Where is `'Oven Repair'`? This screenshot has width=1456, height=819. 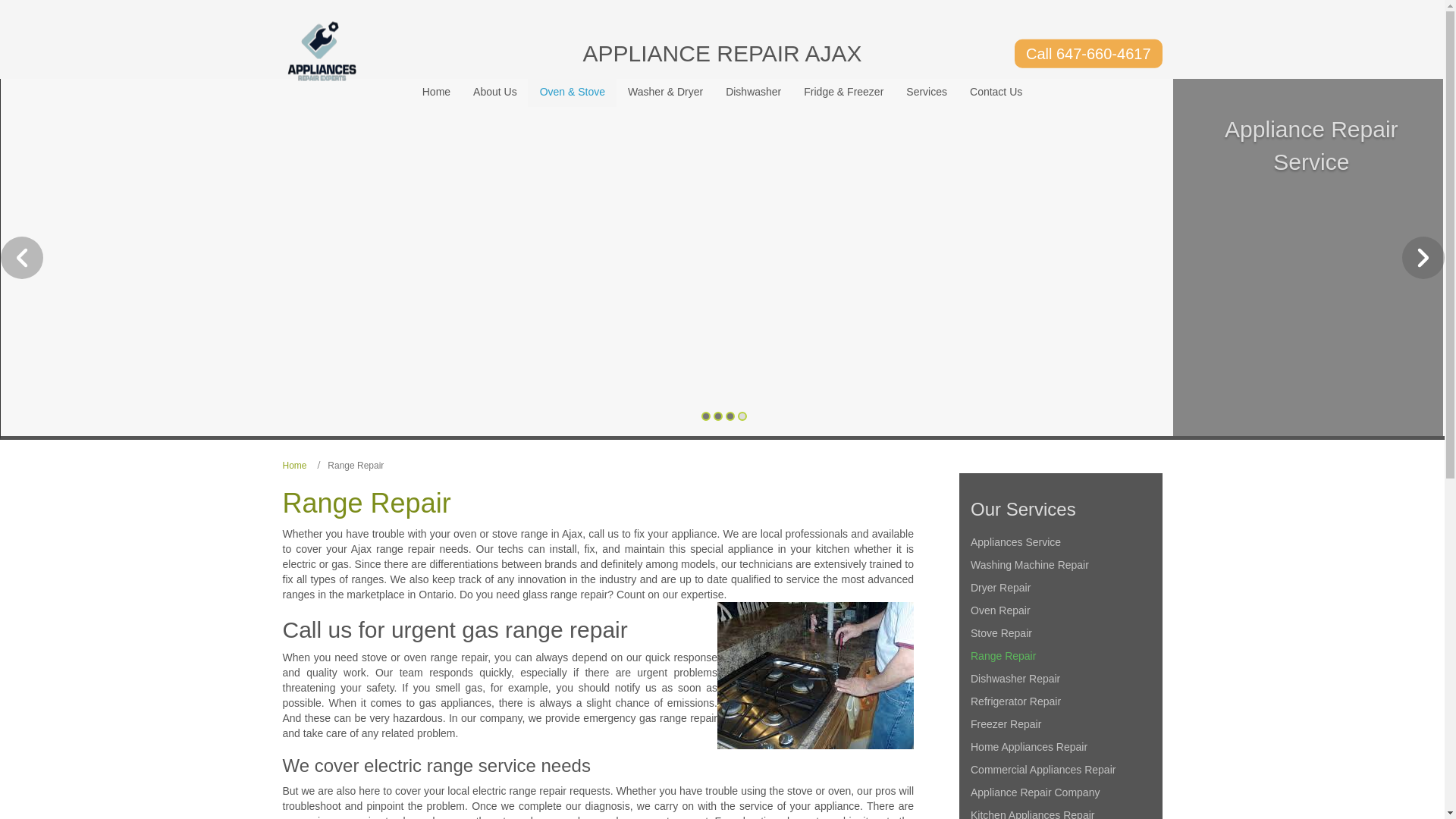
'Oven Repair' is located at coordinates (1059, 610).